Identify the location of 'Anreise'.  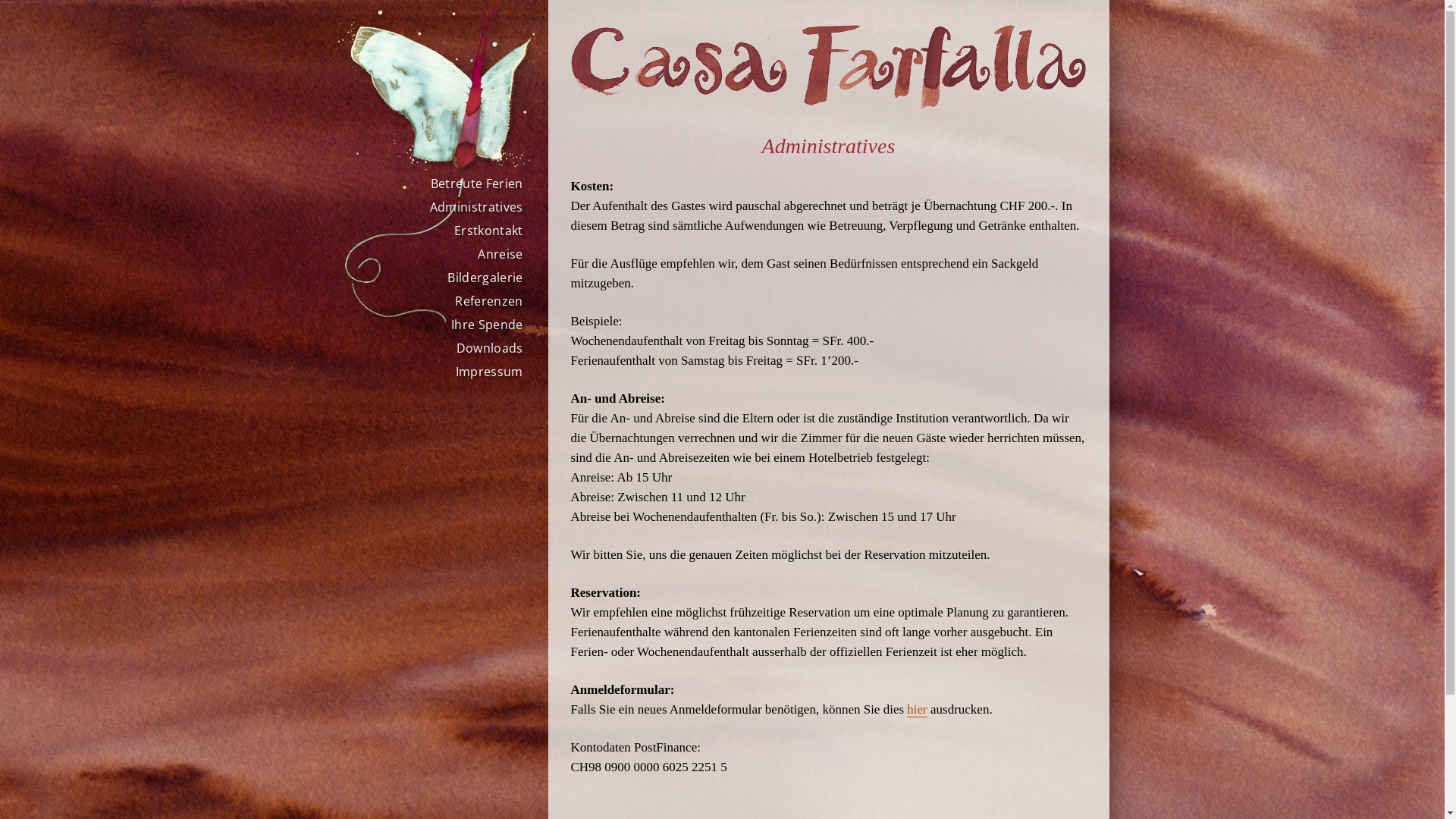
(500, 253).